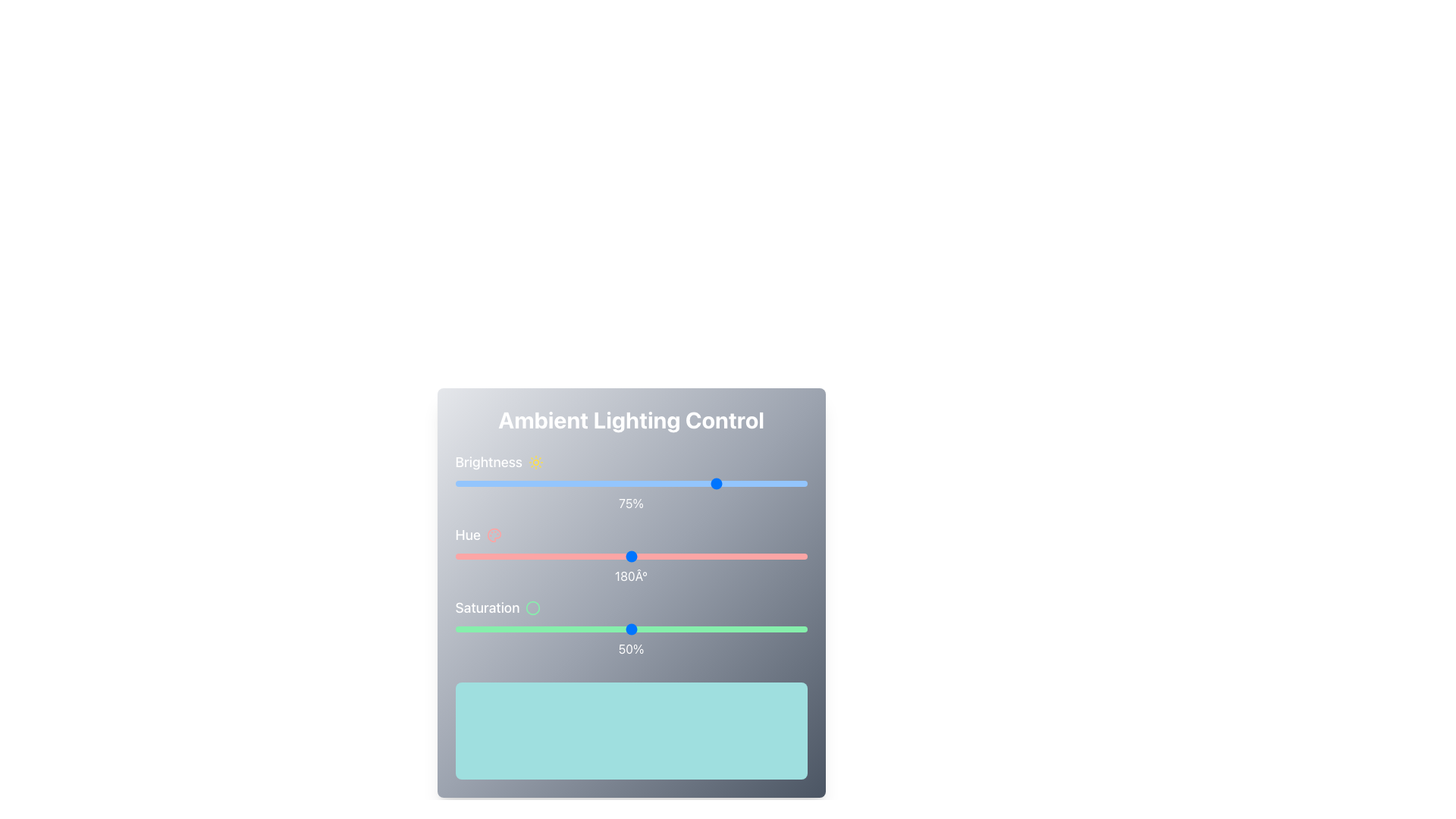  What do you see at coordinates (671, 556) in the screenshot?
I see `hue` at bounding box center [671, 556].